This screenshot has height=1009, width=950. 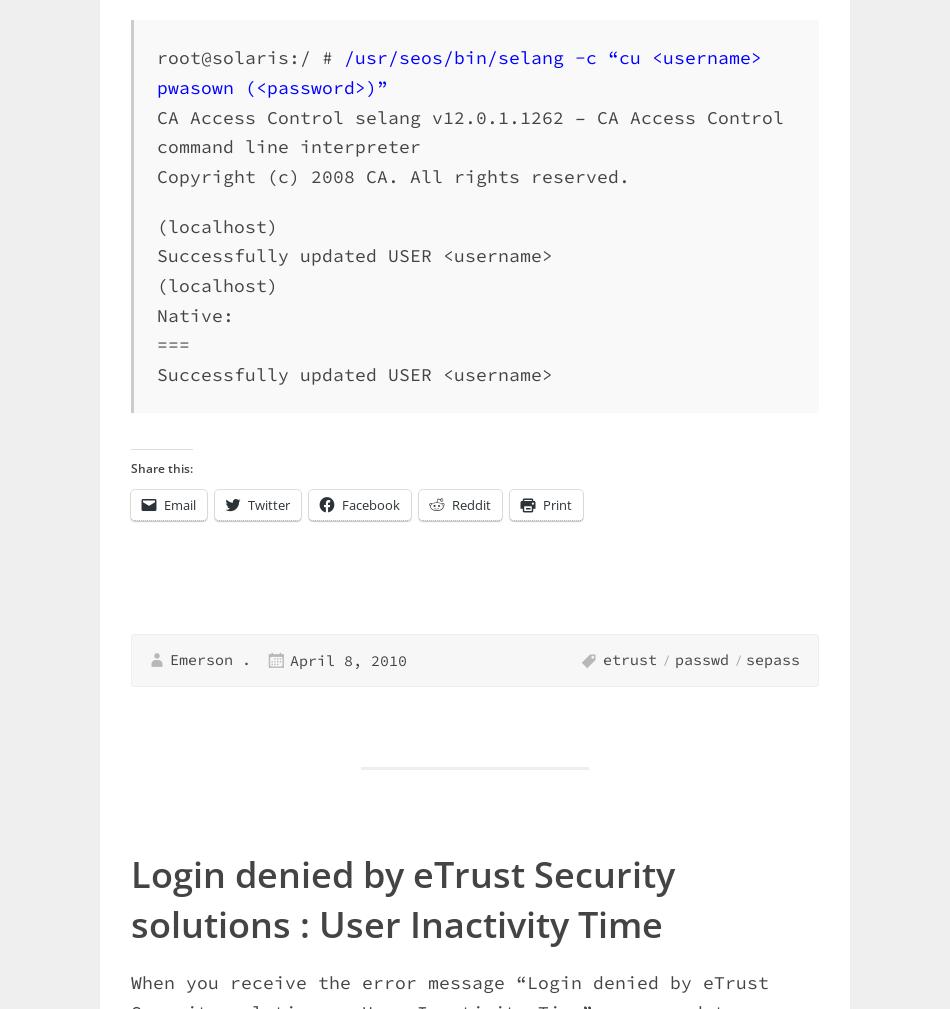 I want to click on 'etrust', so click(x=602, y=659).